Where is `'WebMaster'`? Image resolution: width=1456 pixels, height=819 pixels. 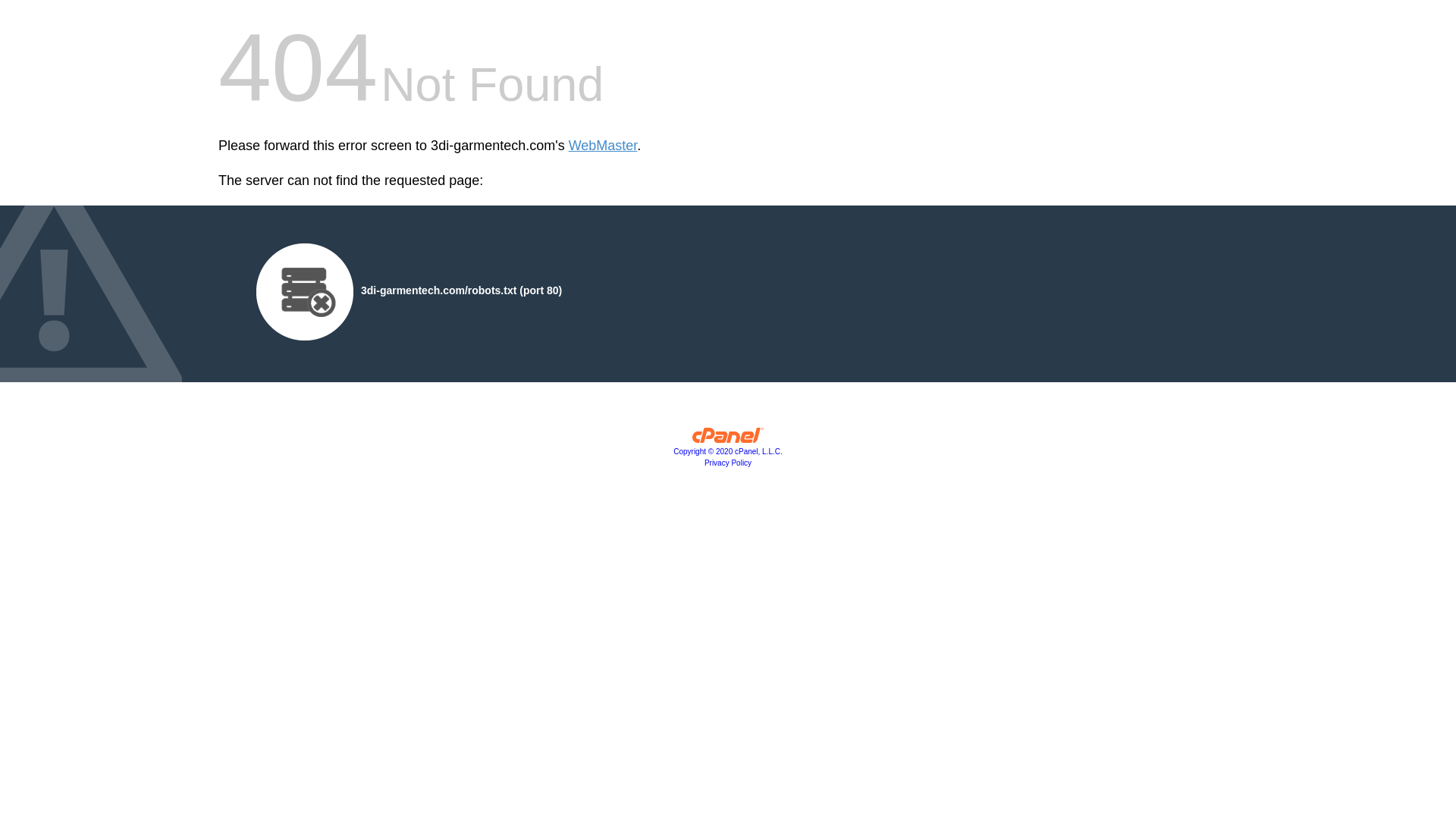
'WebMaster' is located at coordinates (602, 146).